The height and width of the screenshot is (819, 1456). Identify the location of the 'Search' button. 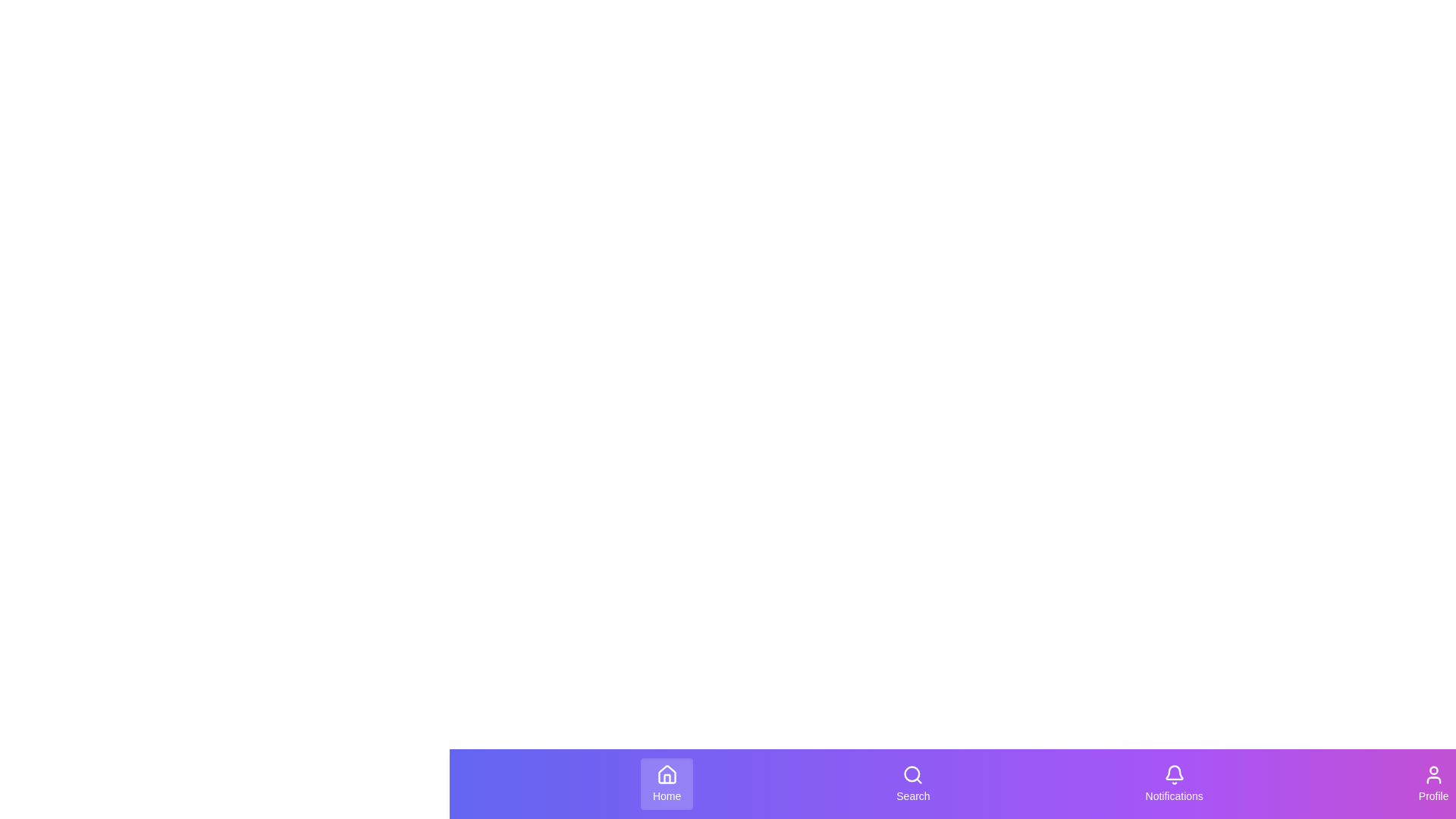
(912, 783).